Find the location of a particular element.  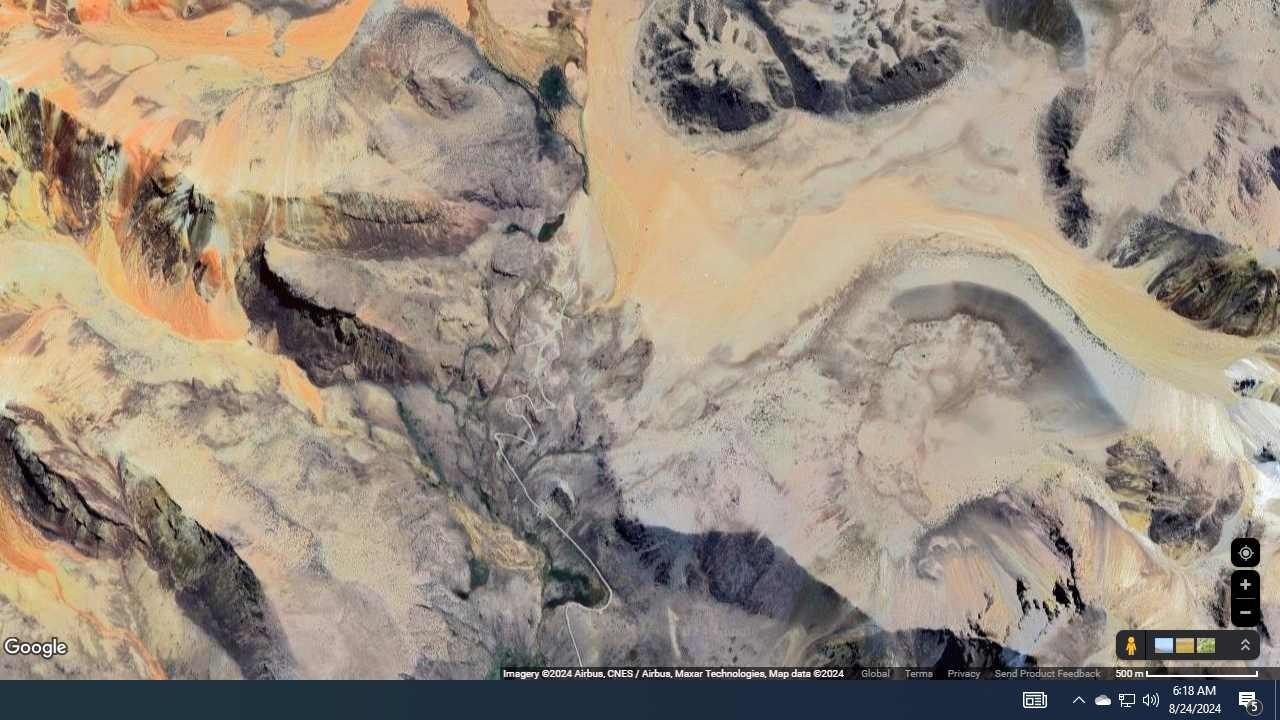

'Show Street View coverage' is located at coordinates (1130, 645).